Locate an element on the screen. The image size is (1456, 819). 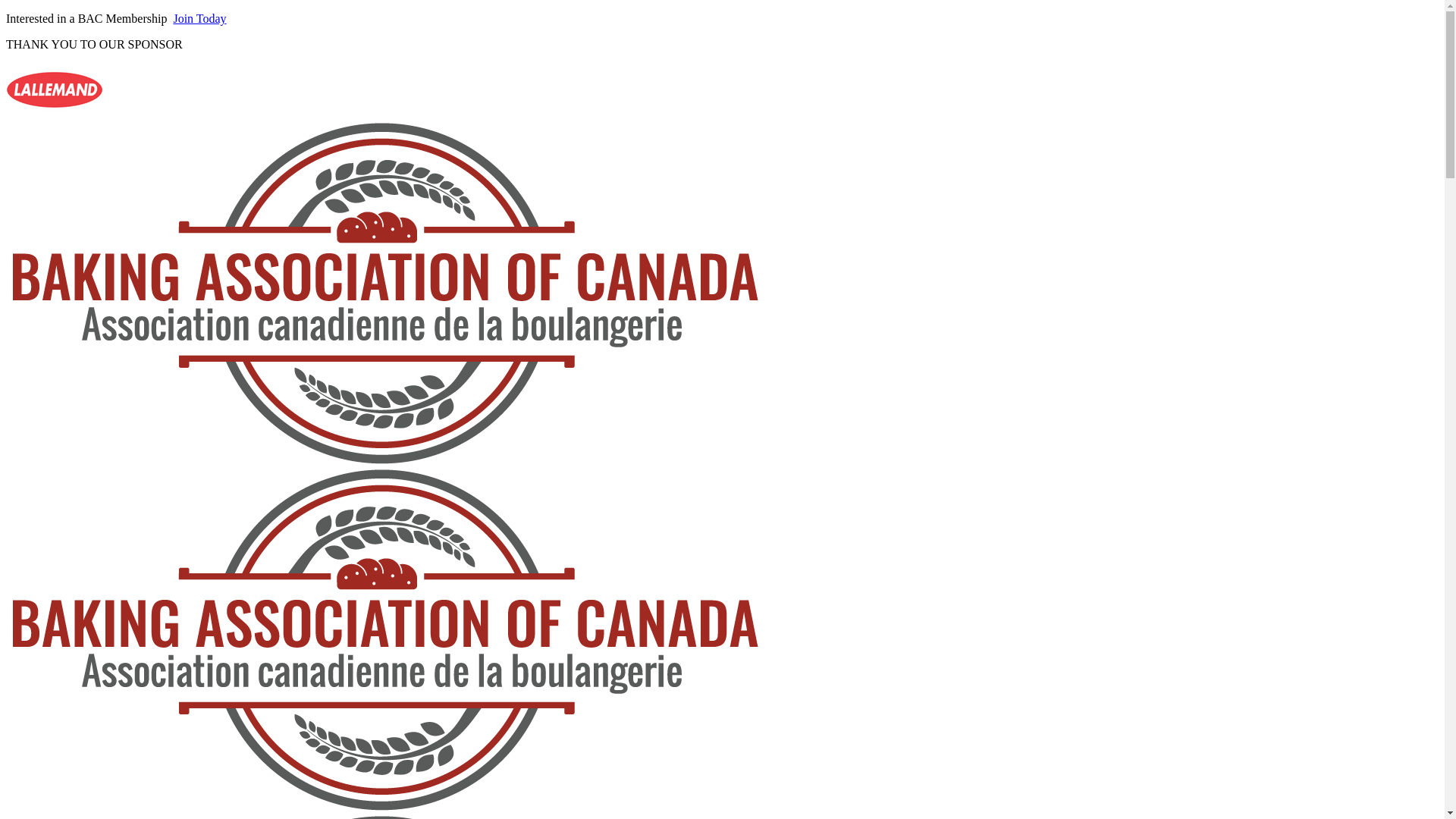
'Join Today' is located at coordinates (199, 18).